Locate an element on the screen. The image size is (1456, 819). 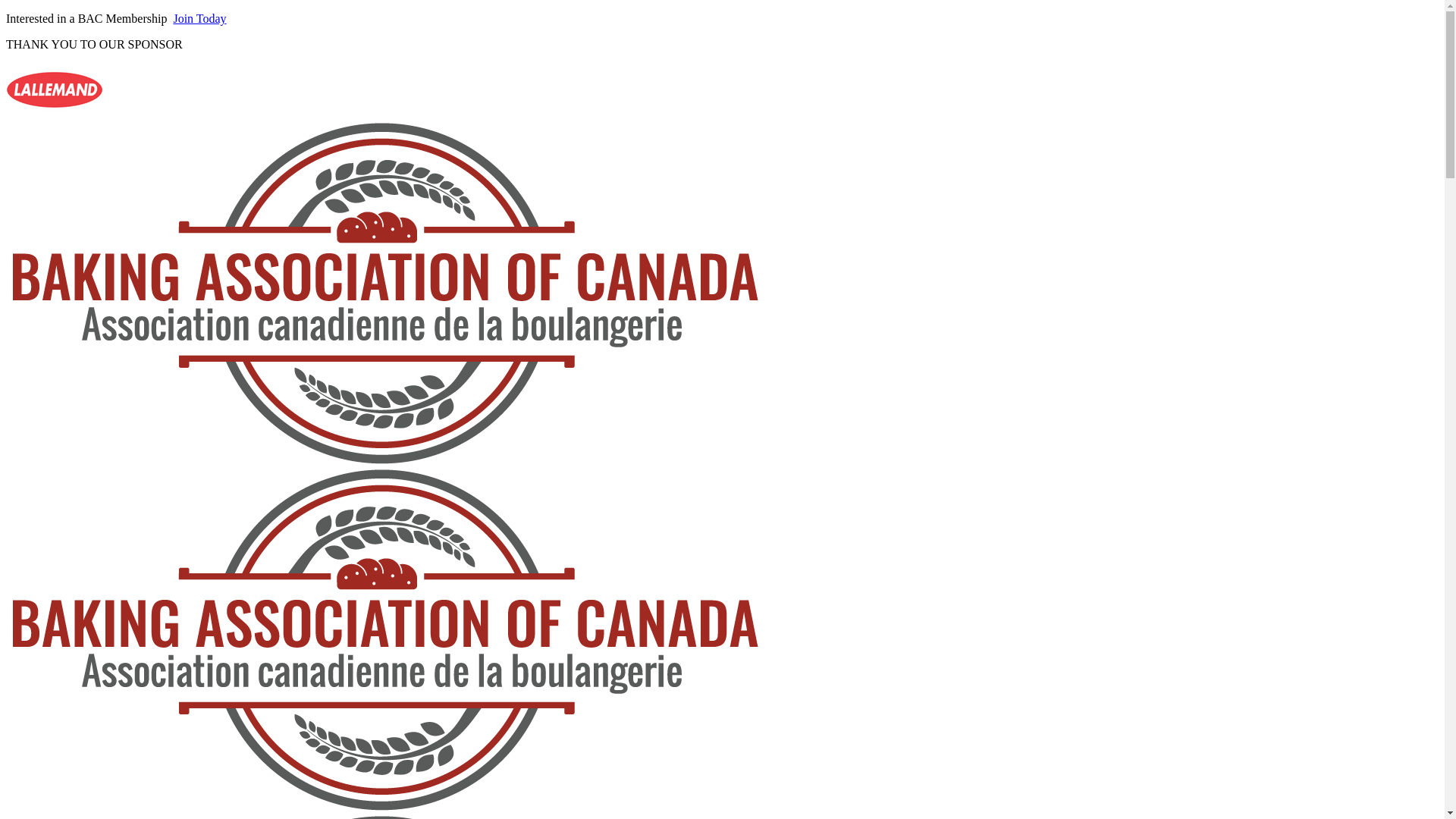
'Join Today' is located at coordinates (199, 18).